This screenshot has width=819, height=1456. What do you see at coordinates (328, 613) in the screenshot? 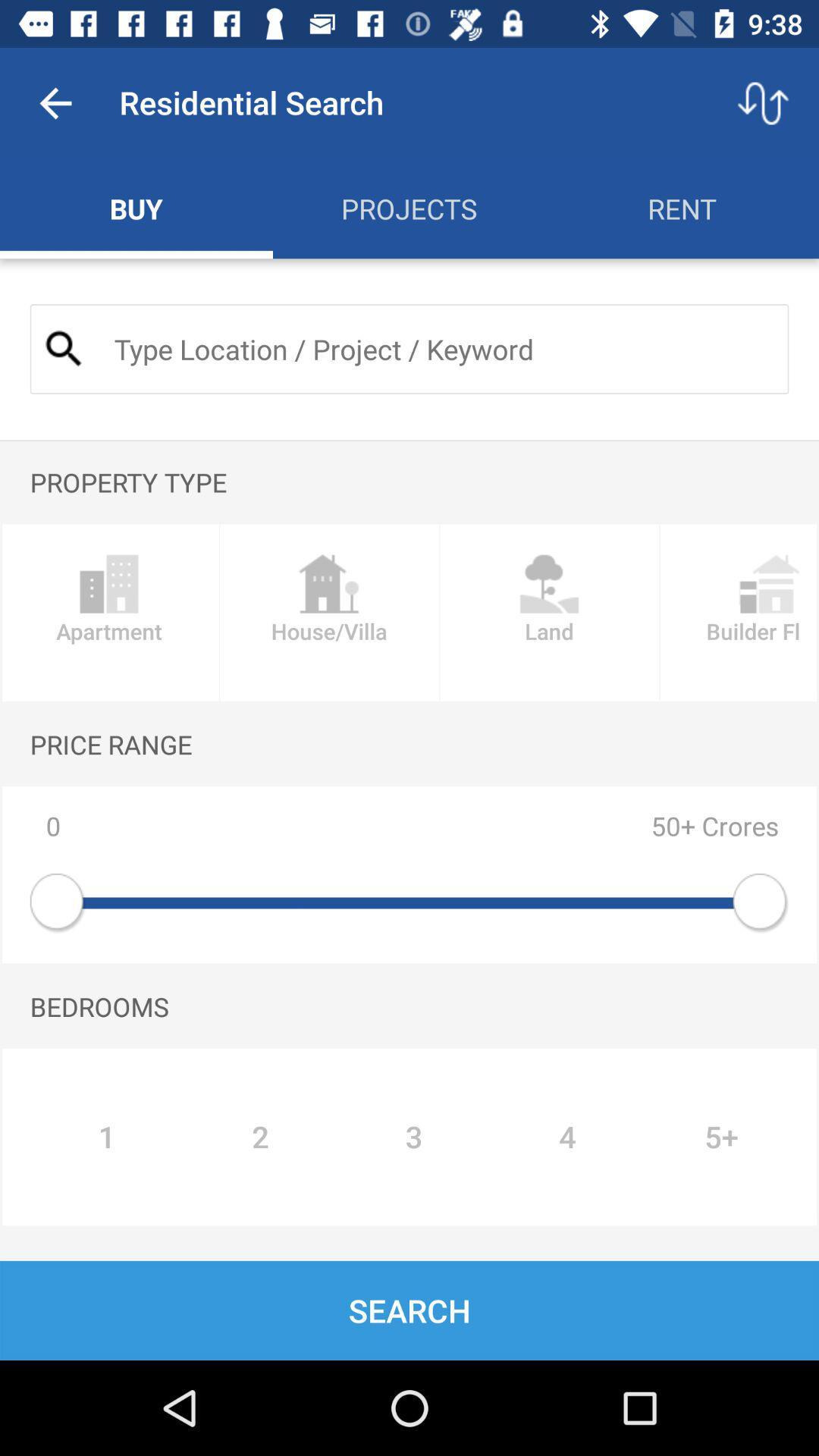
I see `the house/villa icon` at bounding box center [328, 613].